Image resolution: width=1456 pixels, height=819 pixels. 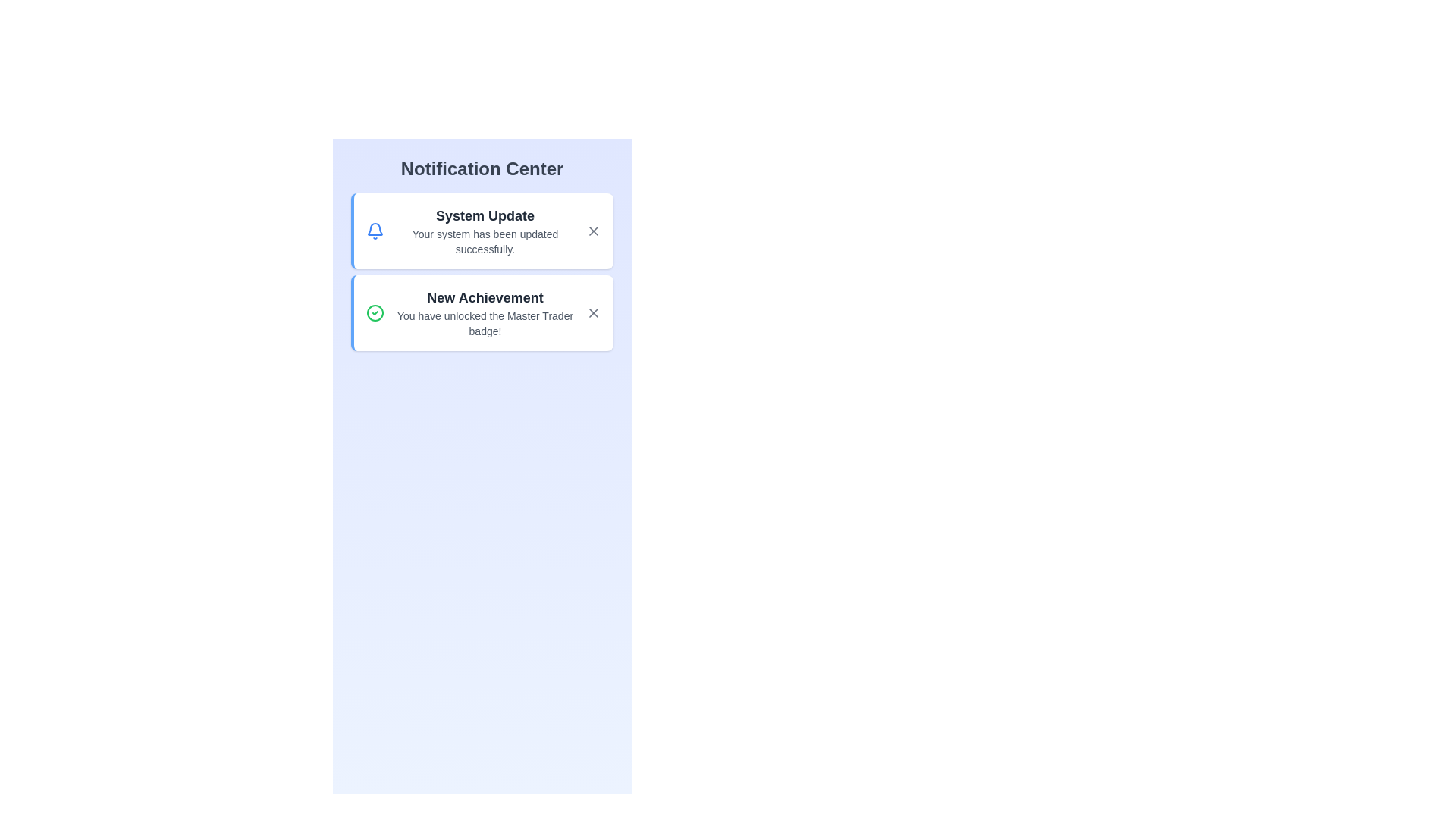 I want to click on the close button located in the top-right corner of the 'System Update' notification to dismiss it, so click(x=592, y=231).